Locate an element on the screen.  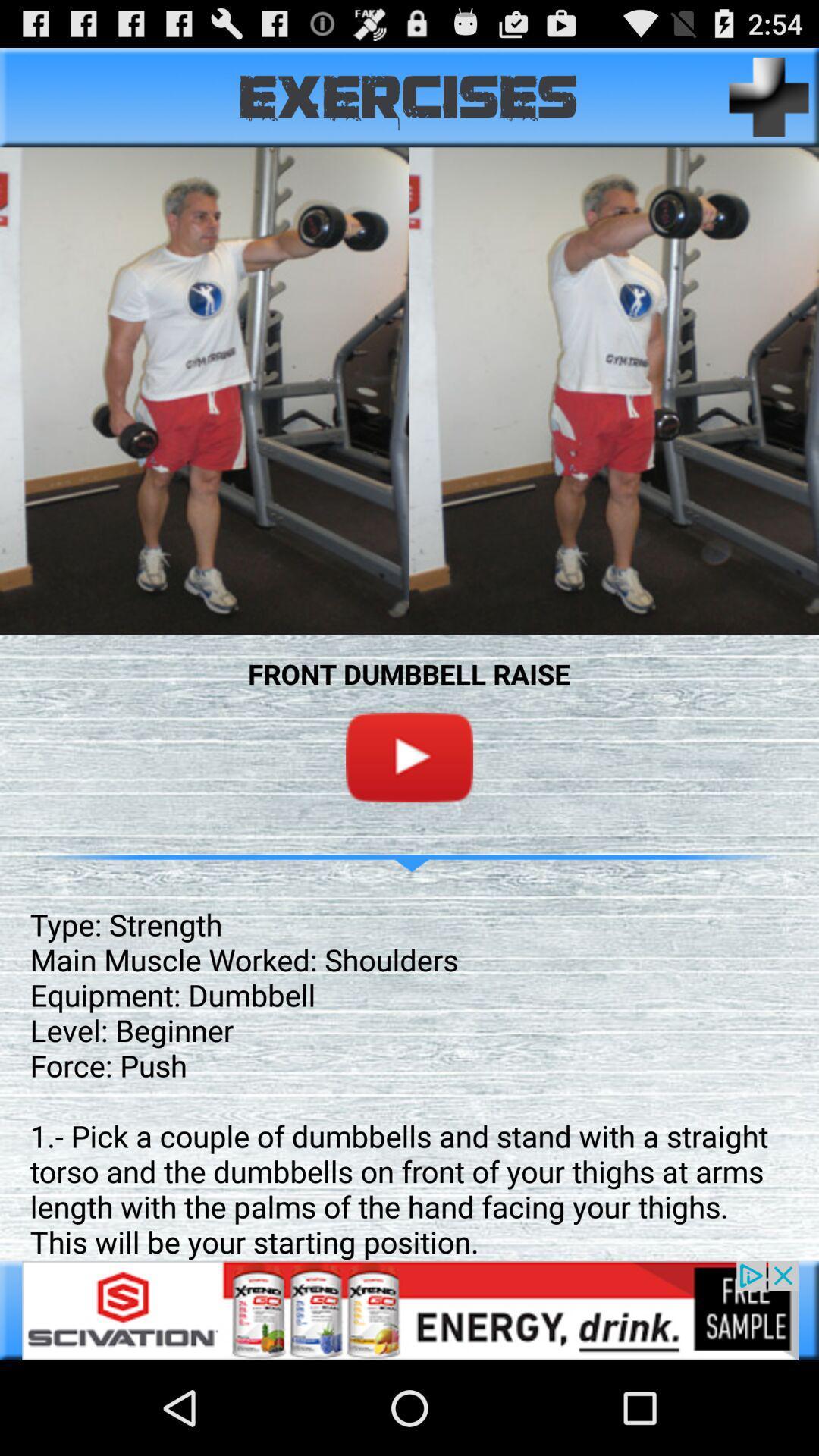
advertisement for scivation is located at coordinates (409, 1310).